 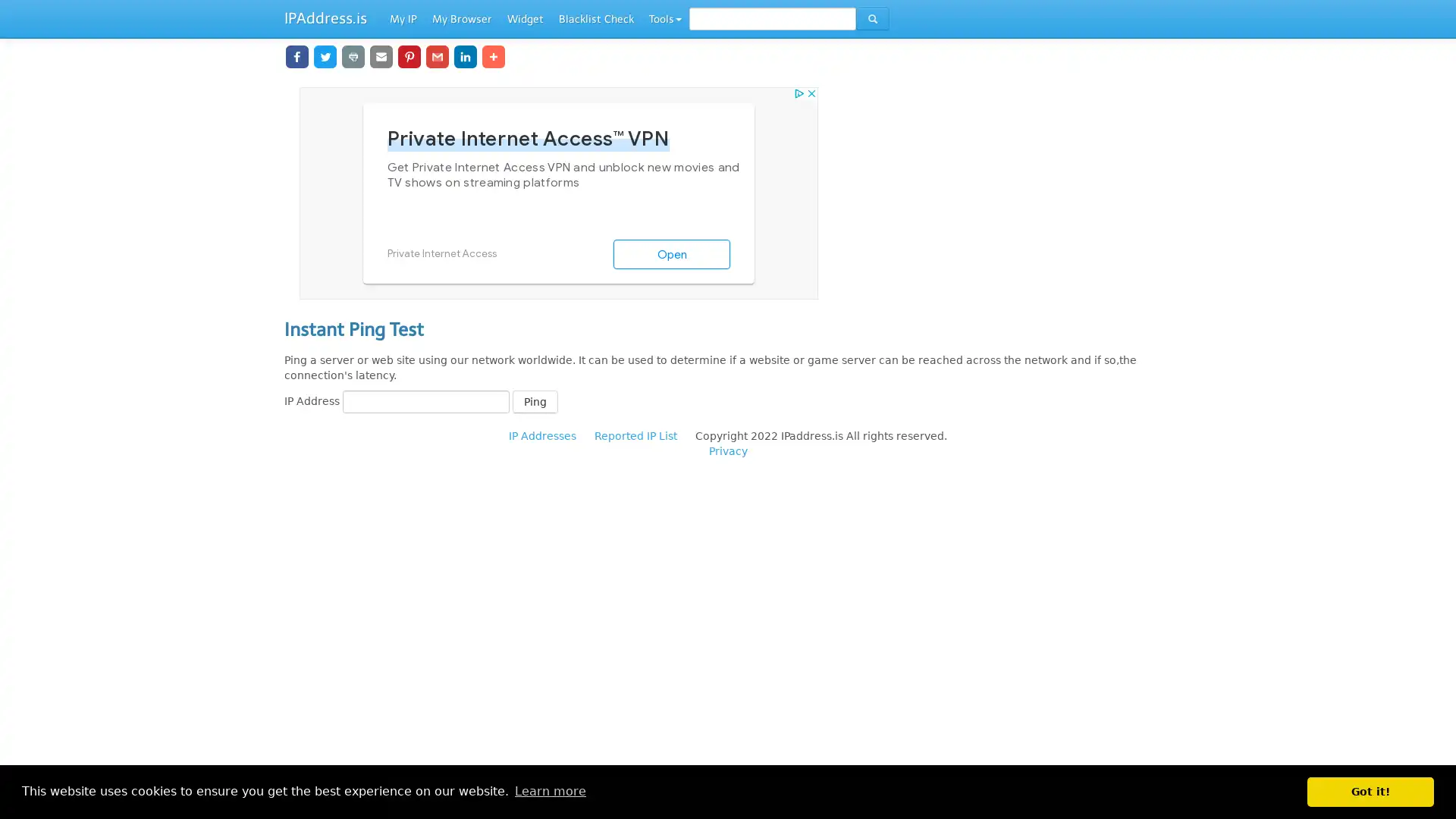 What do you see at coordinates (450, 55) in the screenshot?
I see `Share to LinkedIn` at bounding box center [450, 55].